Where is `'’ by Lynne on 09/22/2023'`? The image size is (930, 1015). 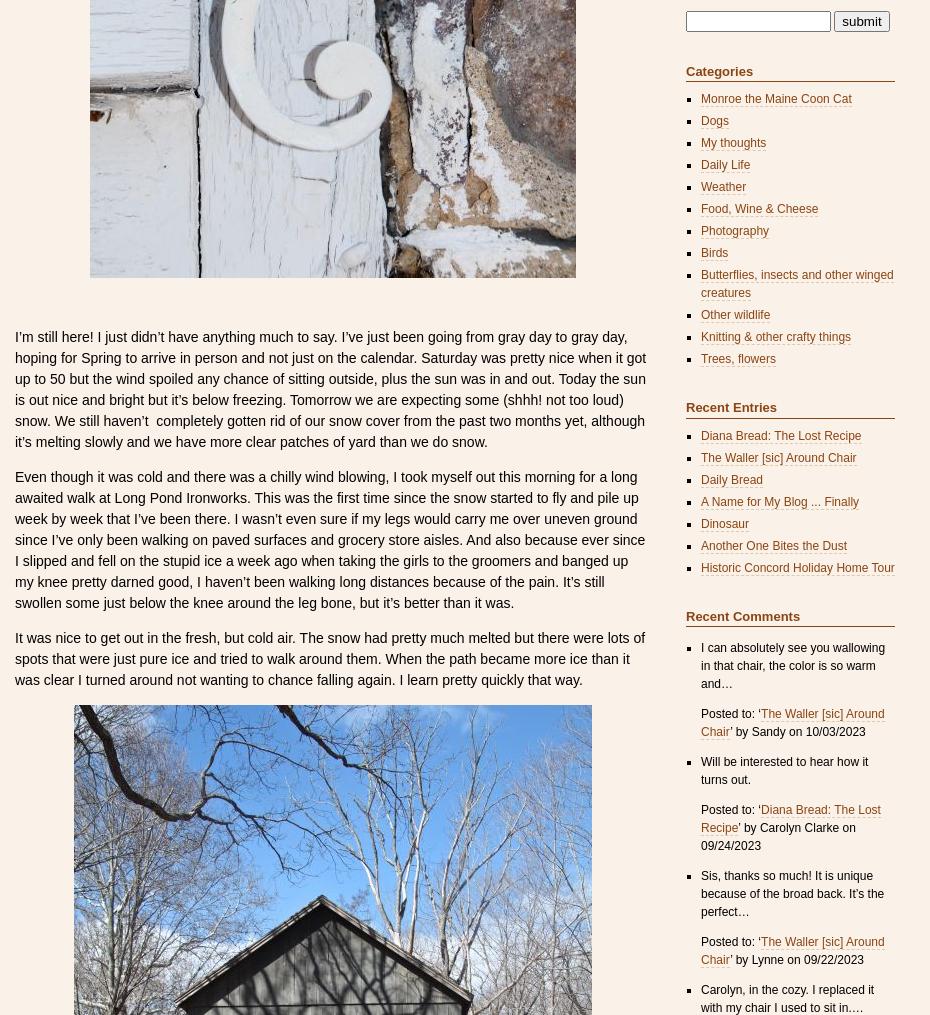 '’ by Lynne on 09/22/2023' is located at coordinates (796, 959).